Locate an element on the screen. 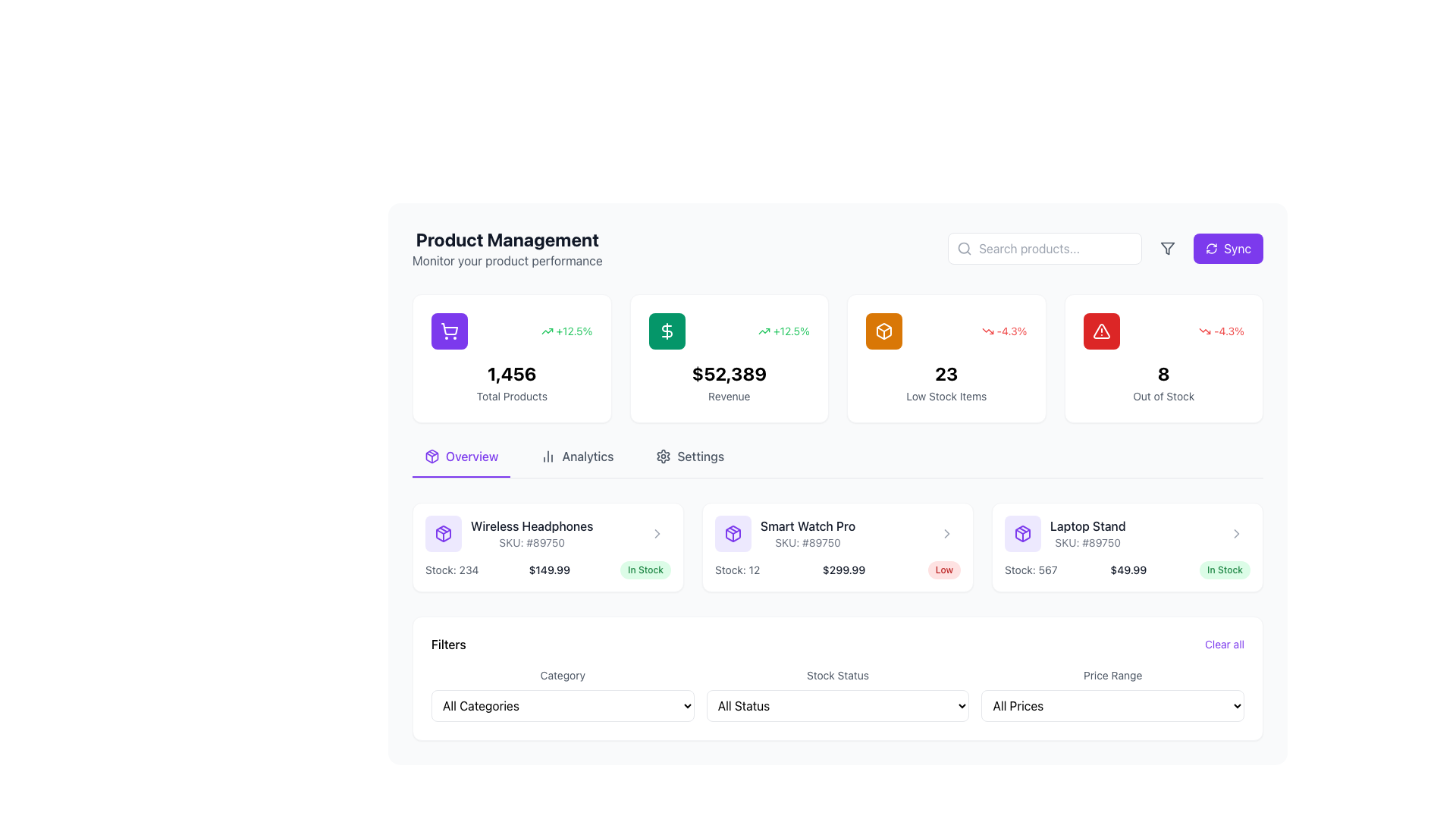  the percentage value element displaying '-4.3%' in red font, which is accompanied by a small downward-trending icon, located in the top-right section of the dashboard within the '8 Out of Stock' card is located at coordinates (1163, 330).